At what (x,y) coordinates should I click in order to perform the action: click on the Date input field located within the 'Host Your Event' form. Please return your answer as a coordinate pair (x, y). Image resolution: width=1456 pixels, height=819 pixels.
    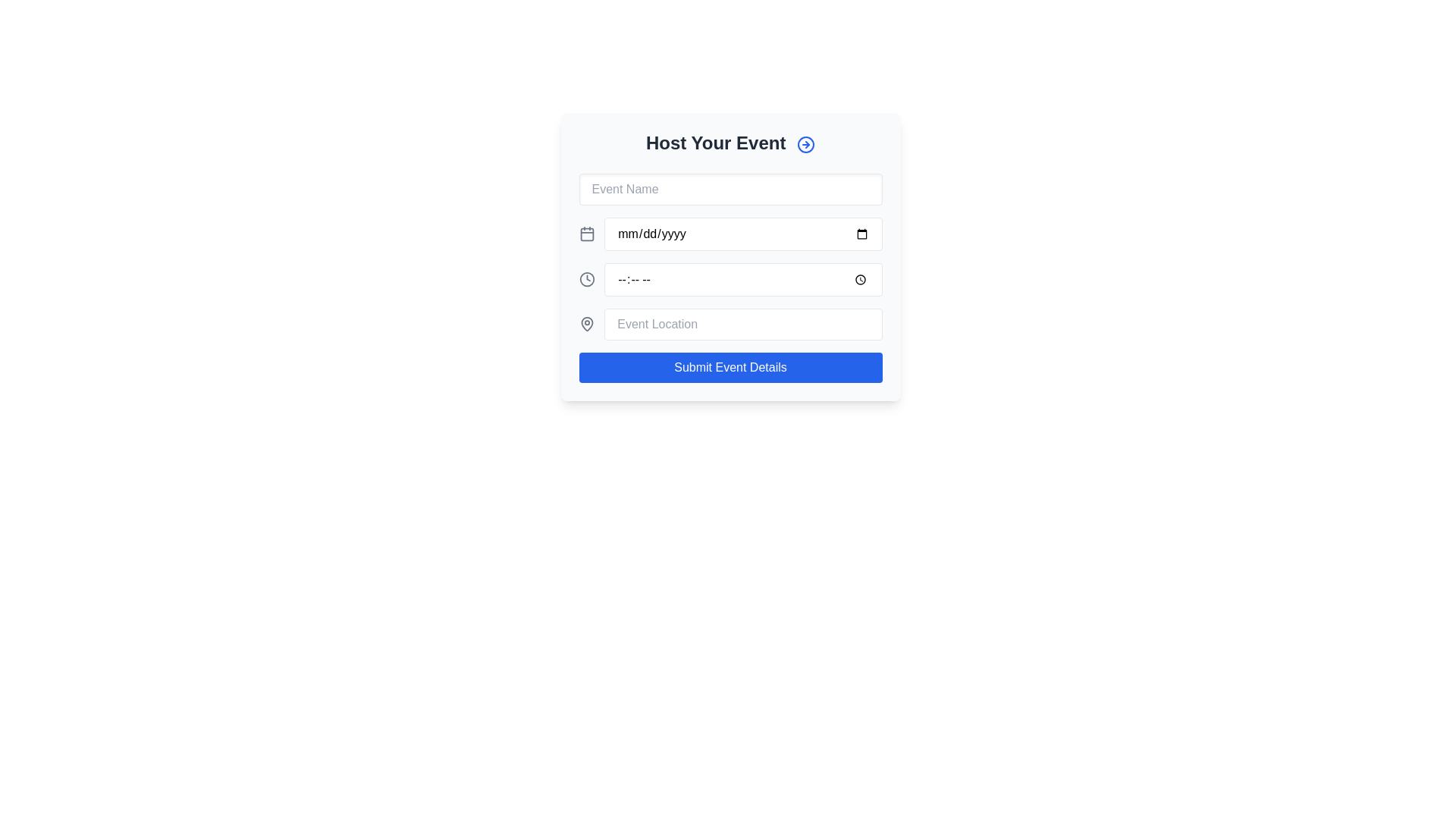
    Looking at the image, I should click on (743, 234).